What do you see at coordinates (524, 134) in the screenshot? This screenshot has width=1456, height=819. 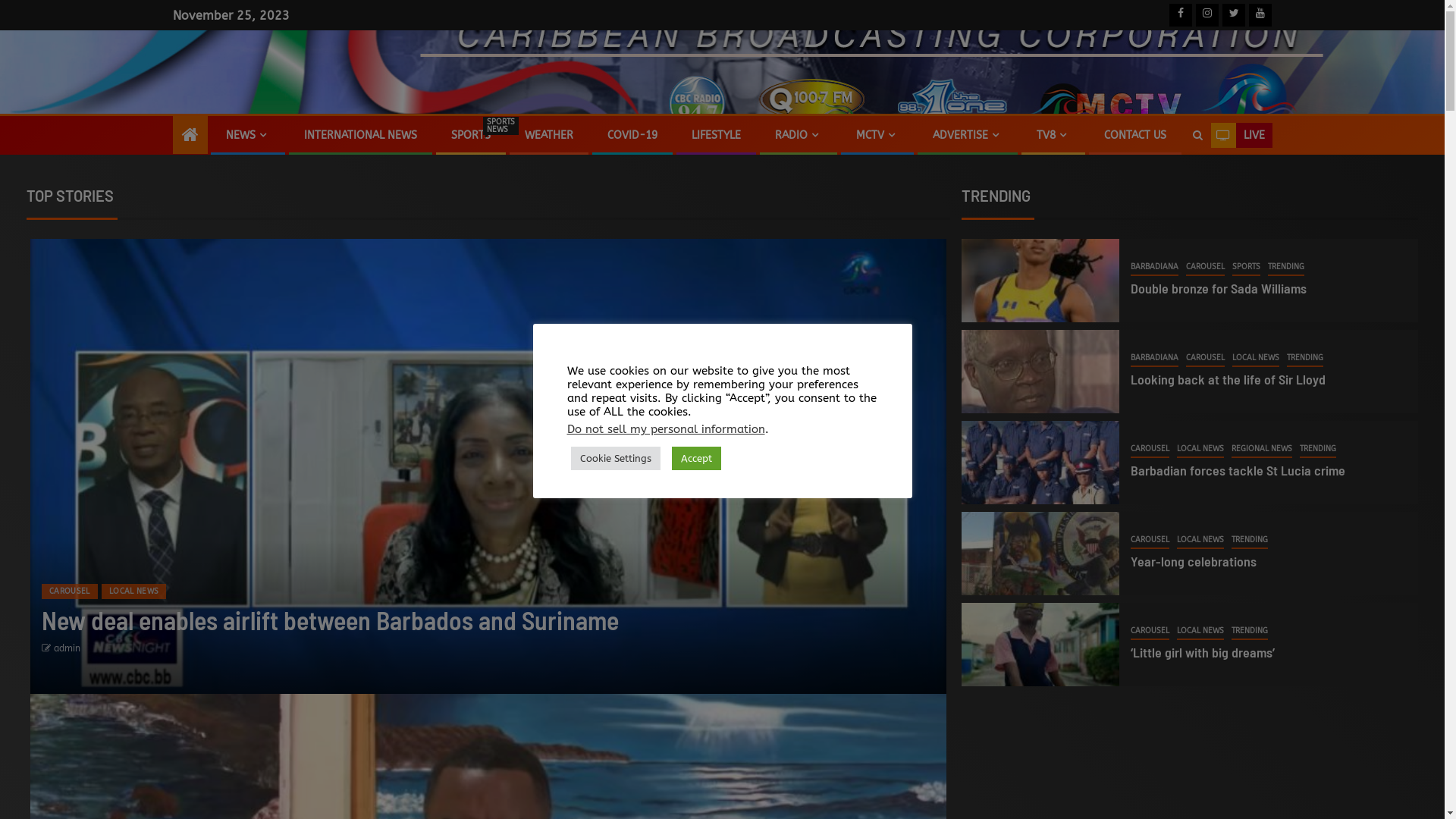 I see `'WEATHER'` at bounding box center [524, 134].